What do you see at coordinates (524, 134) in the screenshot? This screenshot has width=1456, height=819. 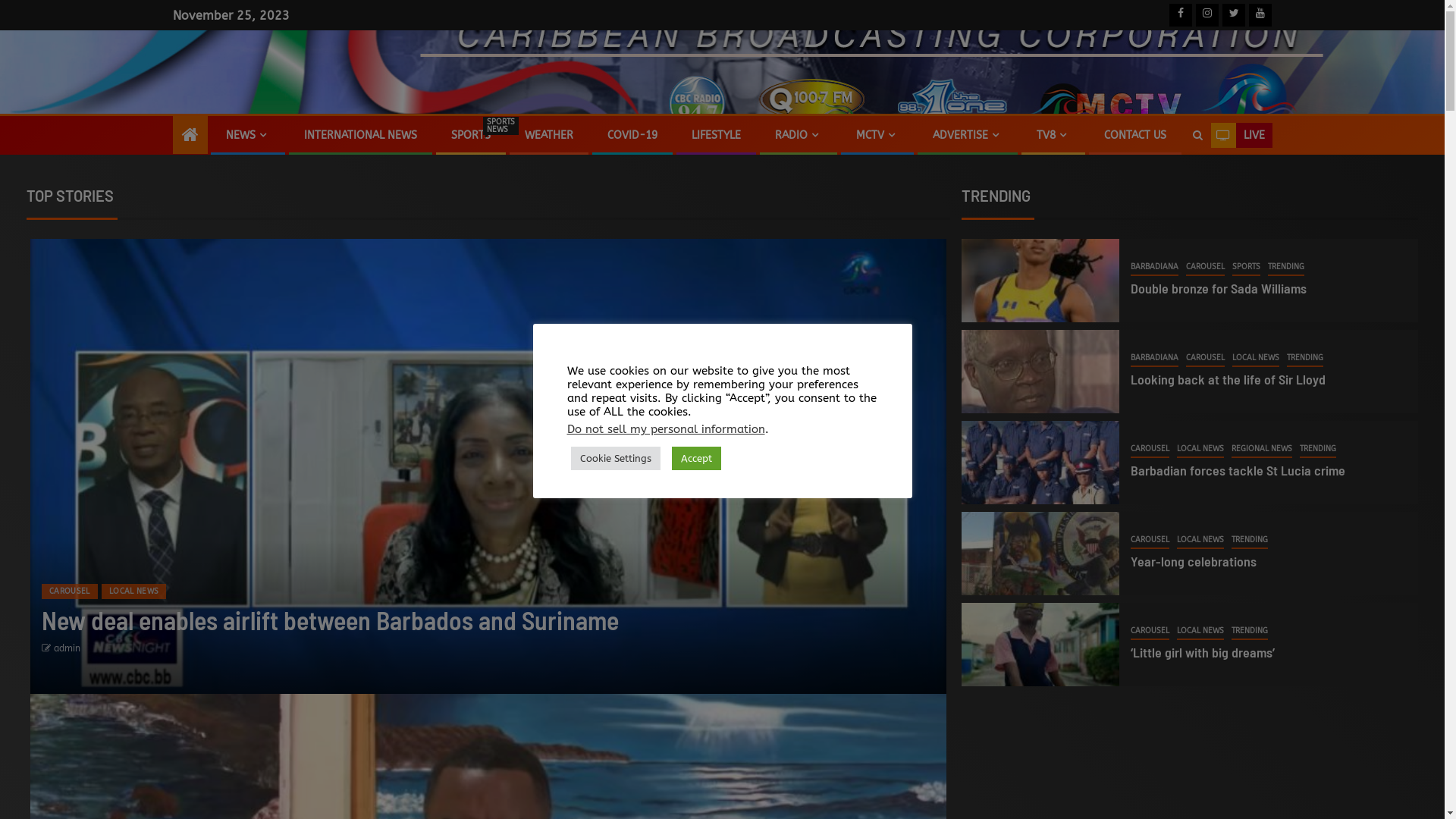 I see `'WEATHER'` at bounding box center [524, 134].